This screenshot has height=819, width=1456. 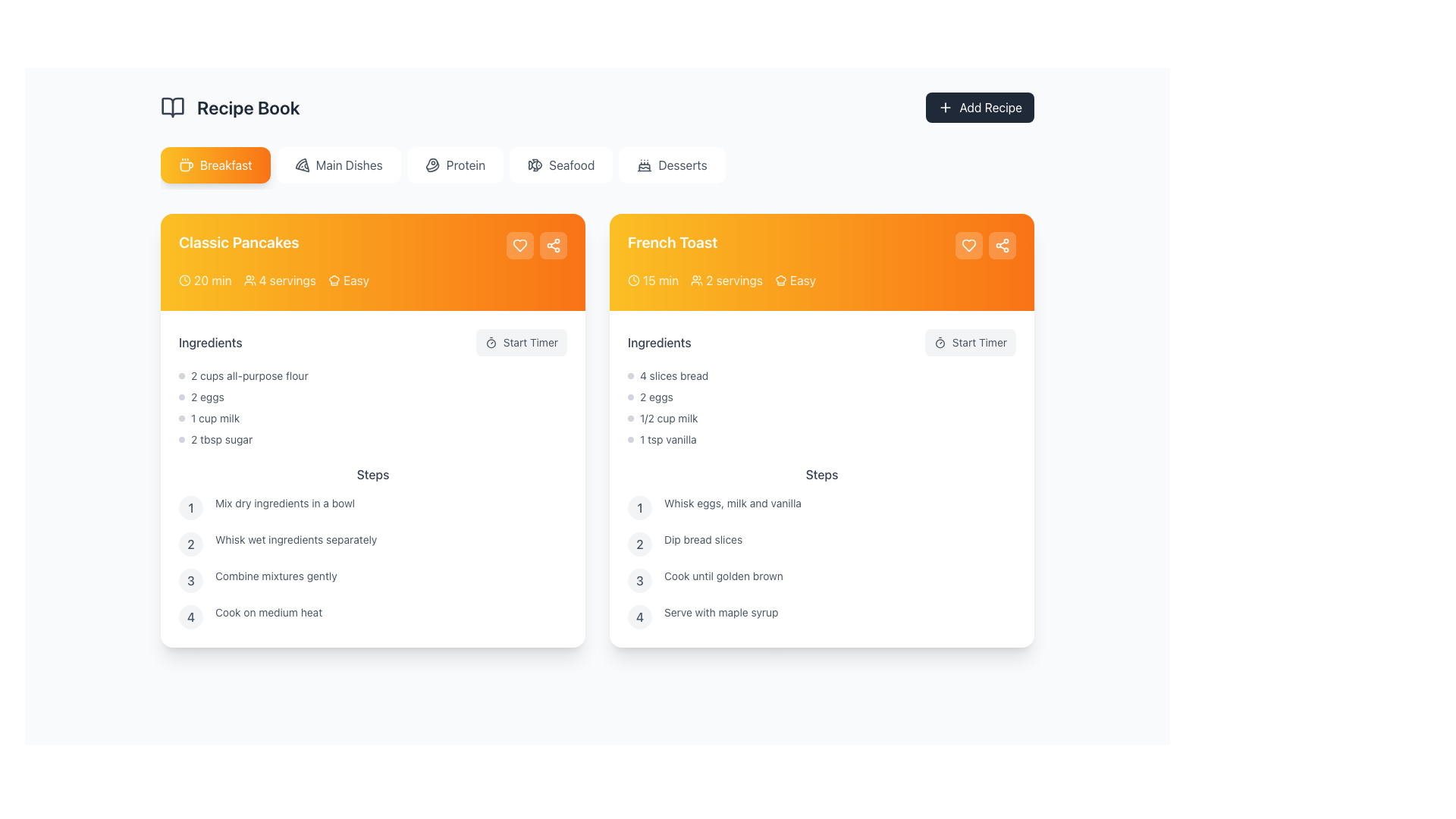 I want to click on the Text label indicating the number of servings for the recipe, which is positioned between a '20 min' label with a clock icon and an 'Easy' label with a hat icon in the orange header of the 'Classic Pancakes' card, so click(x=280, y=281).